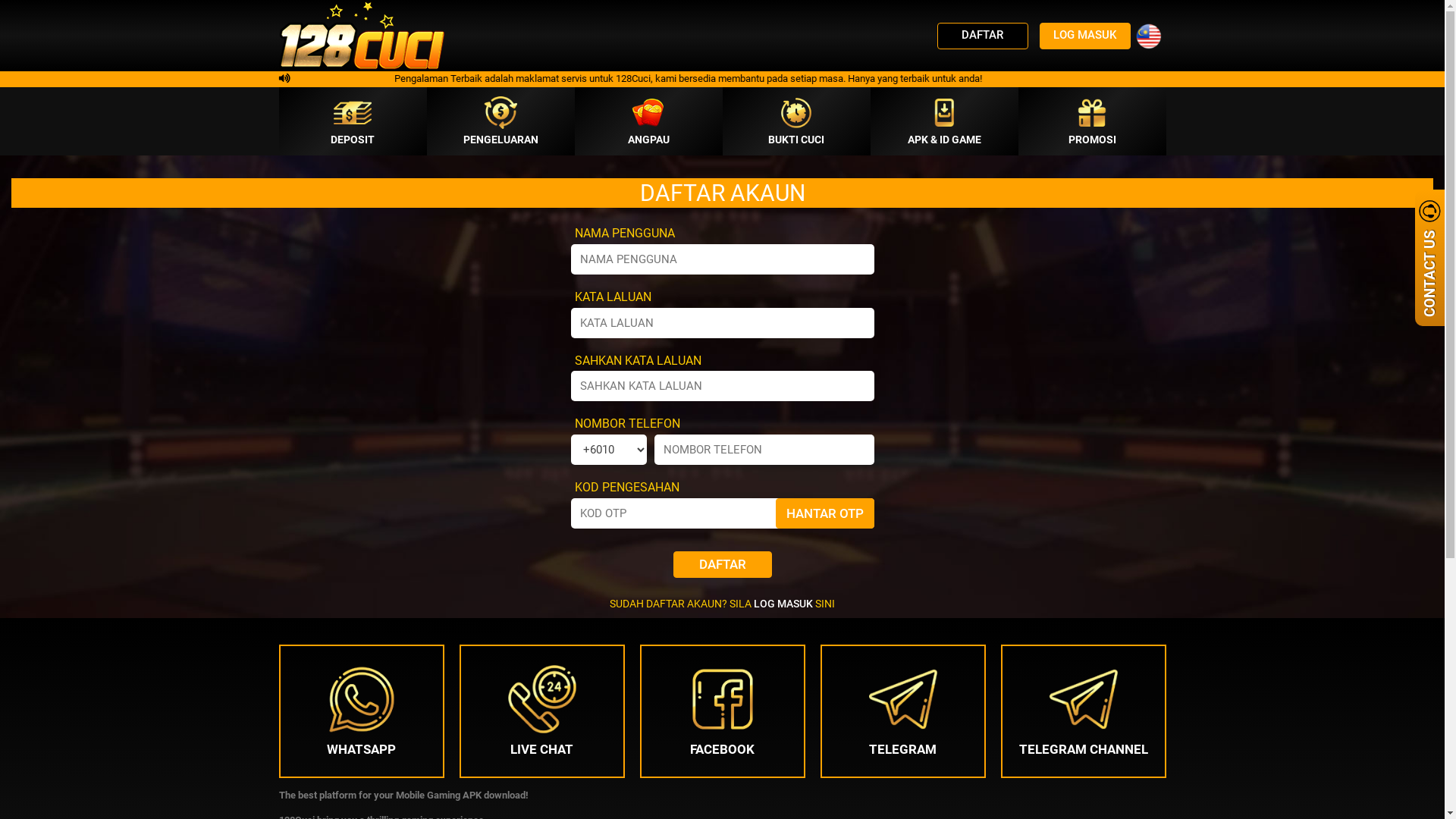  Describe the element at coordinates (1090, 120) in the screenshot. I see `'PROMOSI'` at that location.